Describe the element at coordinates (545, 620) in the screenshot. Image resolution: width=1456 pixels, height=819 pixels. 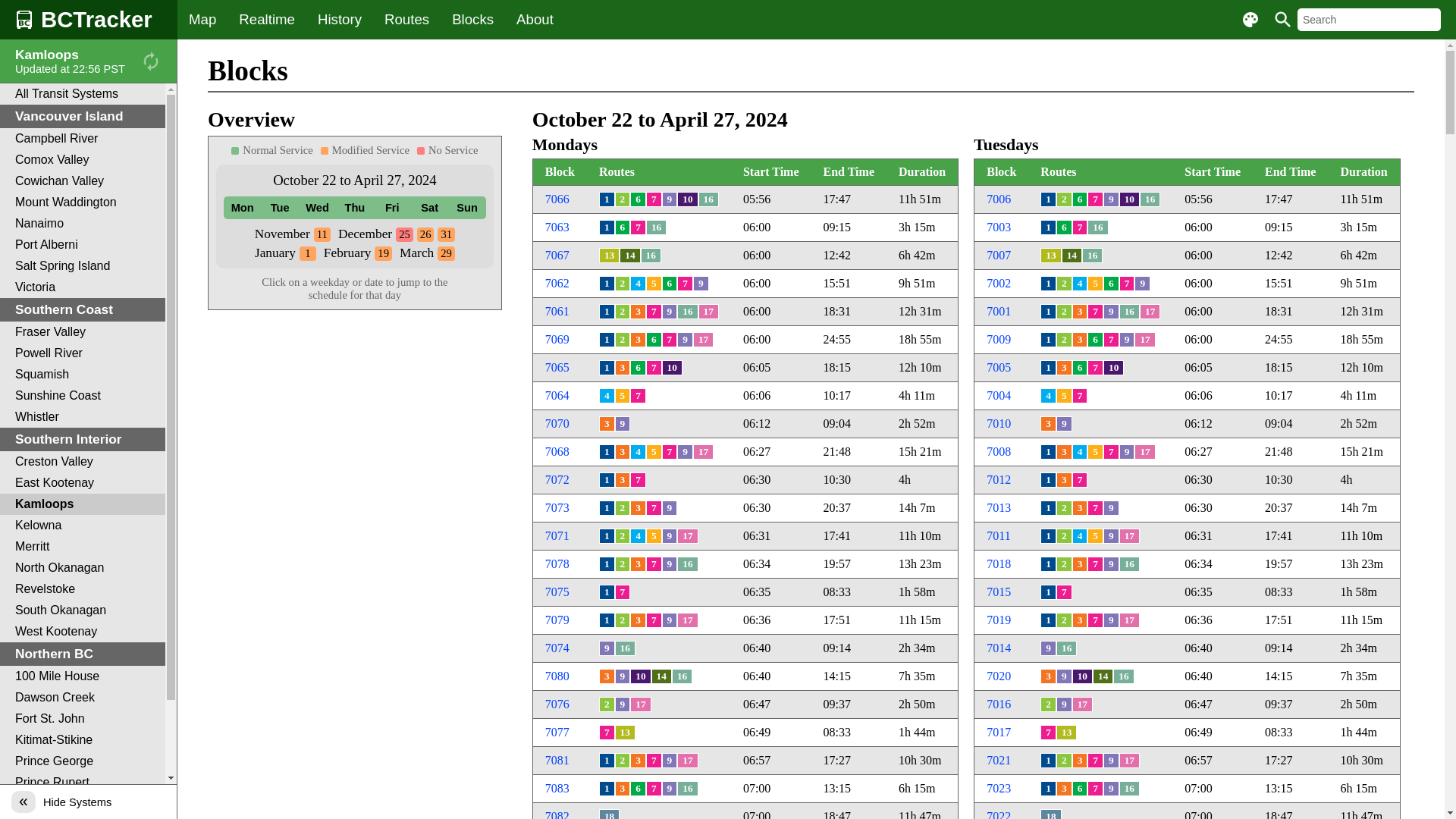
I see `'7079'` at that location.